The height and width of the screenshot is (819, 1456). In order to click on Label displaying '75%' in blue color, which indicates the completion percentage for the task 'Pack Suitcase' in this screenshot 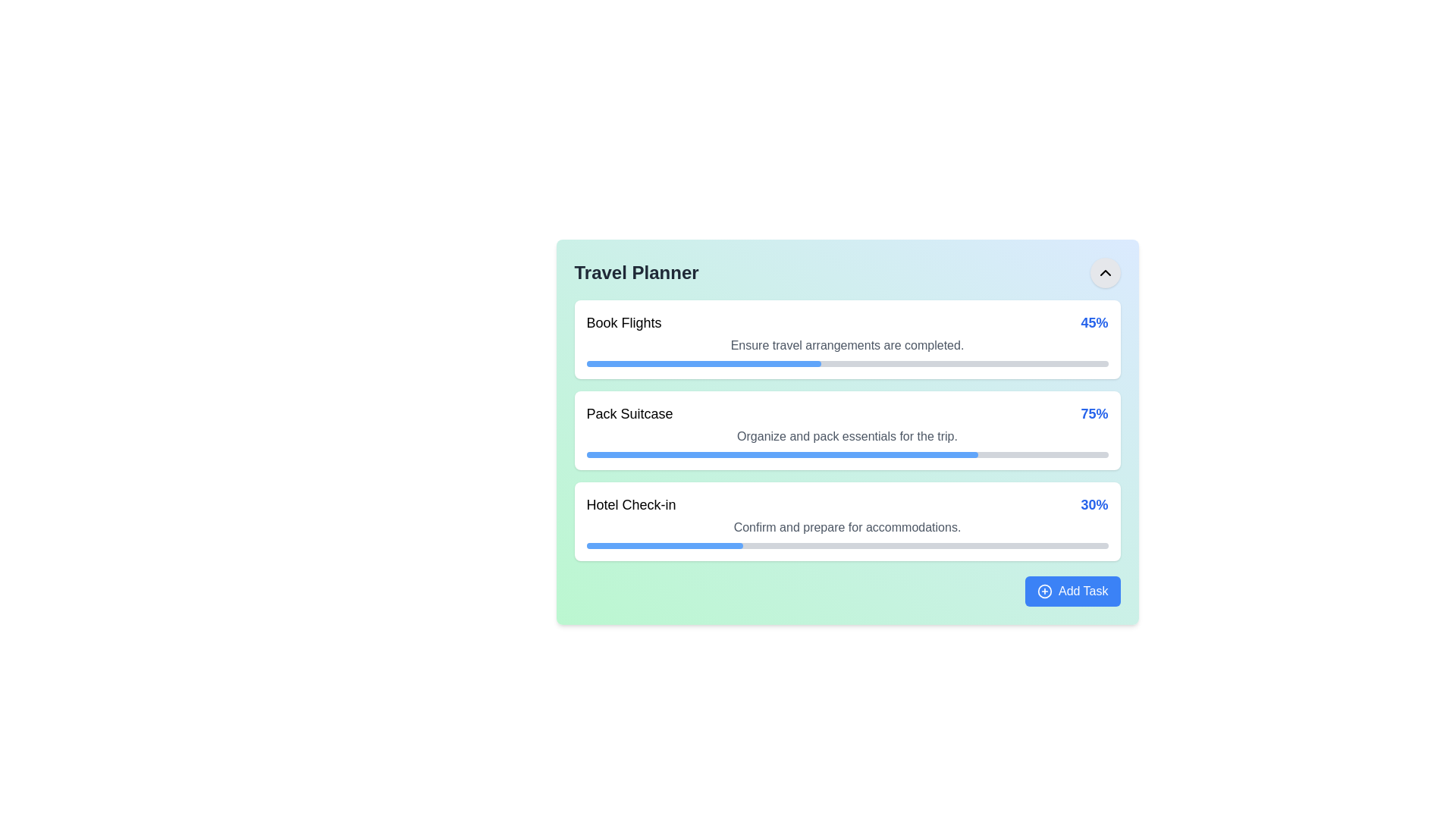, I will do `click(1094, 414)`.